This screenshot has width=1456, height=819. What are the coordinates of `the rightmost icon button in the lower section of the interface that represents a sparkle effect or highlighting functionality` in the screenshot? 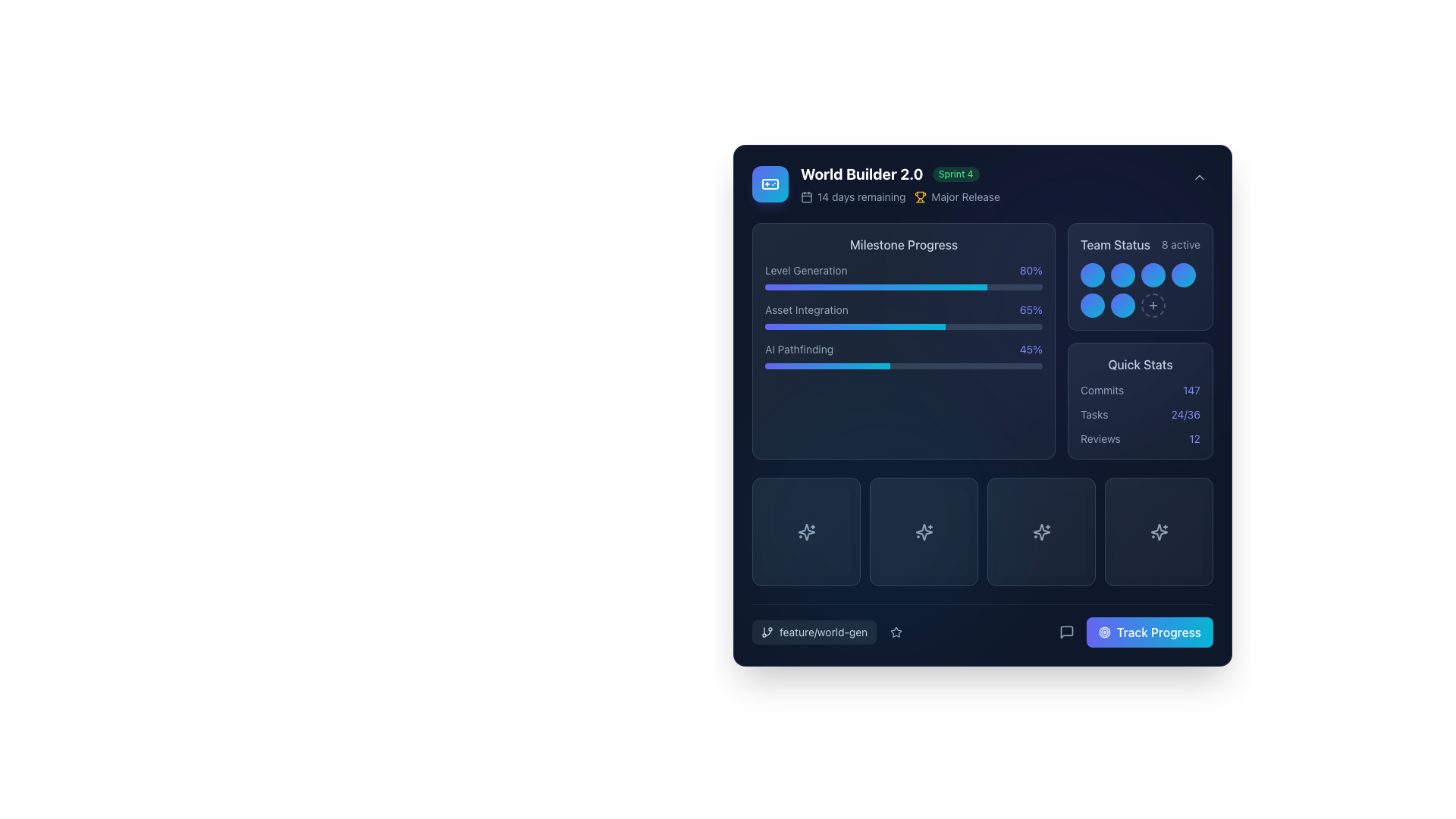 It's located at (1158, 531).